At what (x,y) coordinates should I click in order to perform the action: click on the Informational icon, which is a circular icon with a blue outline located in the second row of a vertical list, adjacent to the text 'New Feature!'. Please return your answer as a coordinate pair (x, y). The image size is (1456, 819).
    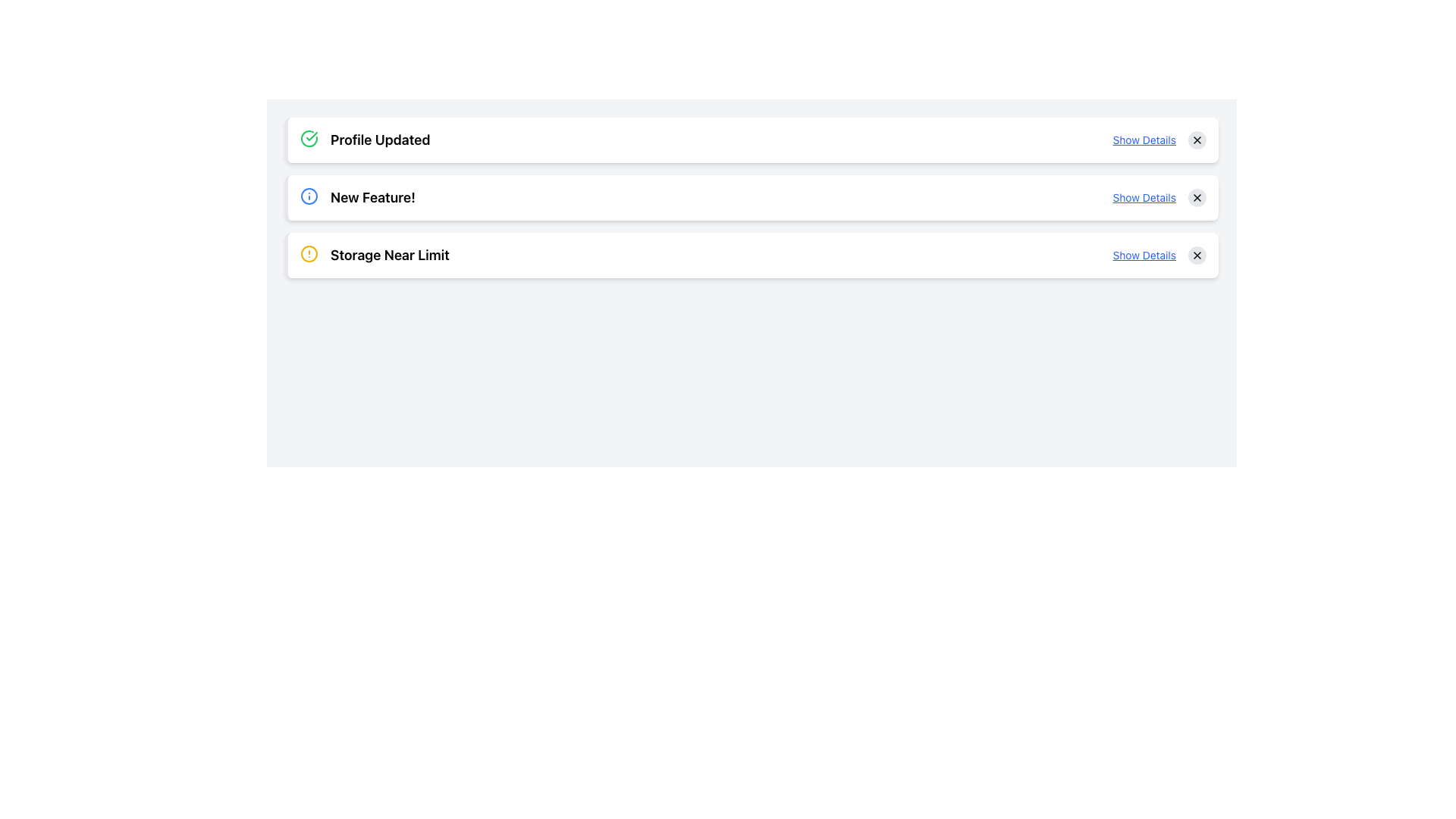
    Looking at the image, I should click on (309, 195).